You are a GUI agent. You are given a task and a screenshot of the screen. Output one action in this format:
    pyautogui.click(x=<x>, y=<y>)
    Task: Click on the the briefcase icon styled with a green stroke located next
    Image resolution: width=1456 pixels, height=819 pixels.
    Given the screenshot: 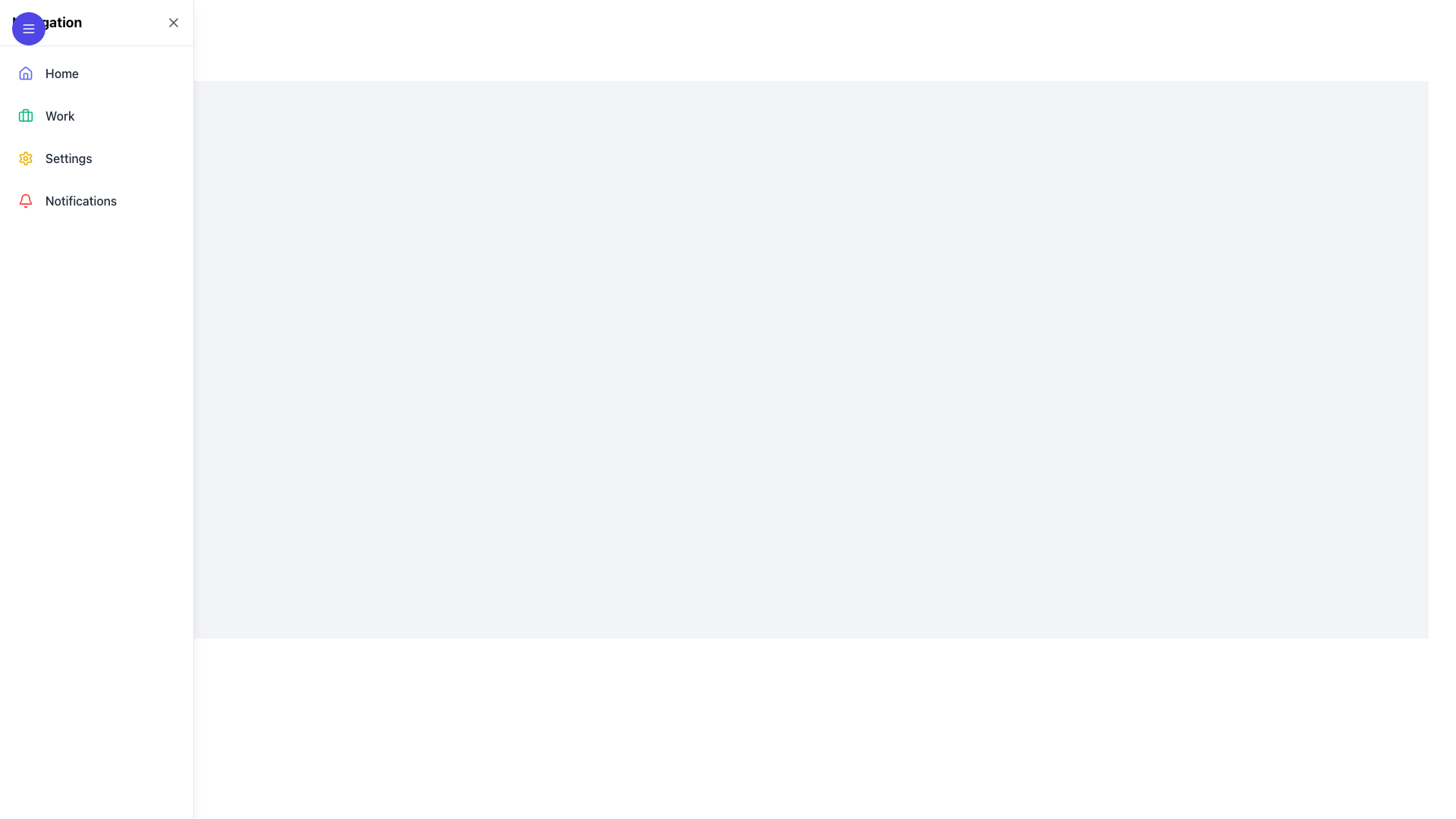 What is the action you would take?
    pyautogui.click(x=25, y=115)
    